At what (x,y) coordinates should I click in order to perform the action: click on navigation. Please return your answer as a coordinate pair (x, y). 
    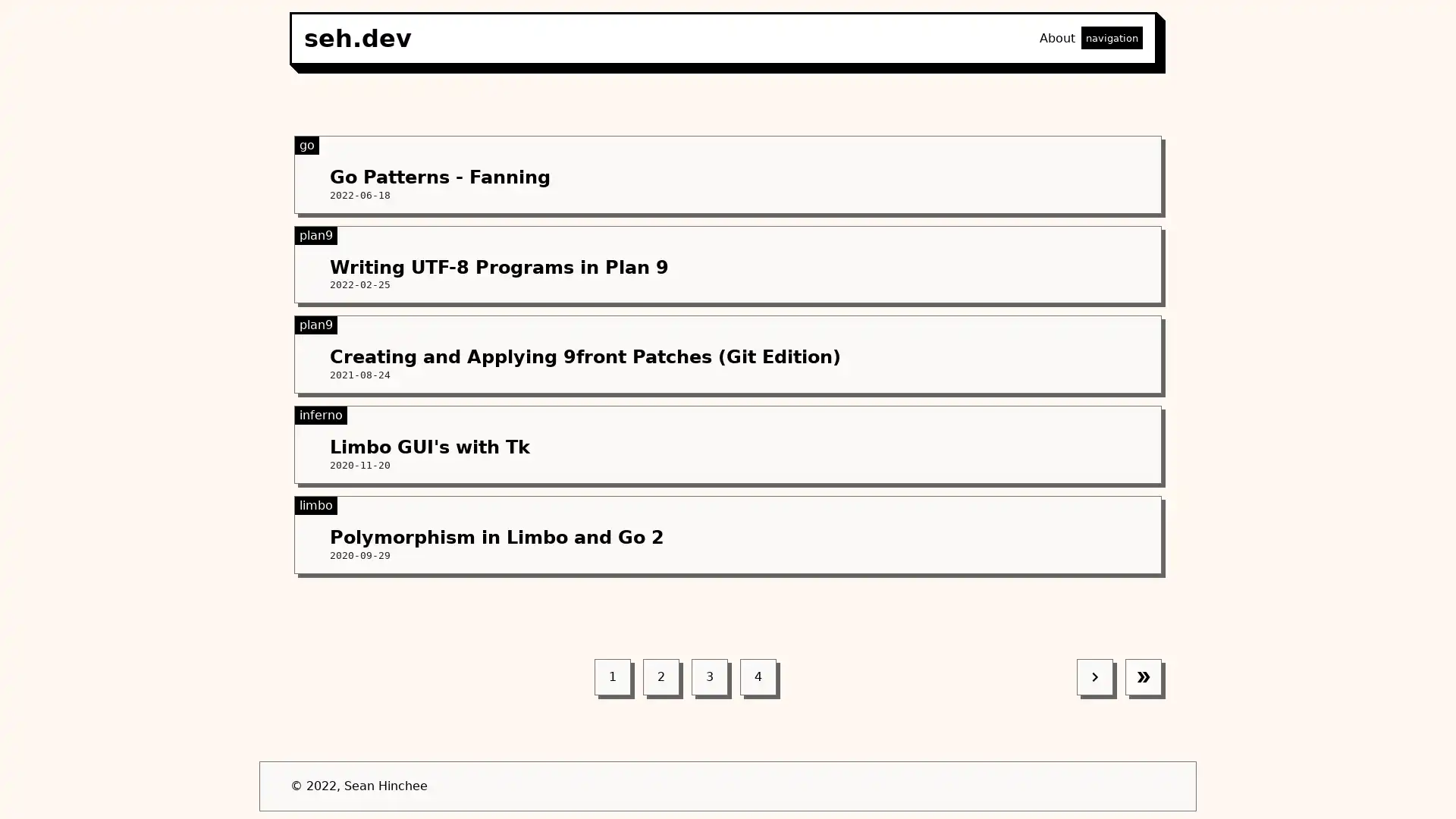
    Looking at the image, I should click on (1112, 37).